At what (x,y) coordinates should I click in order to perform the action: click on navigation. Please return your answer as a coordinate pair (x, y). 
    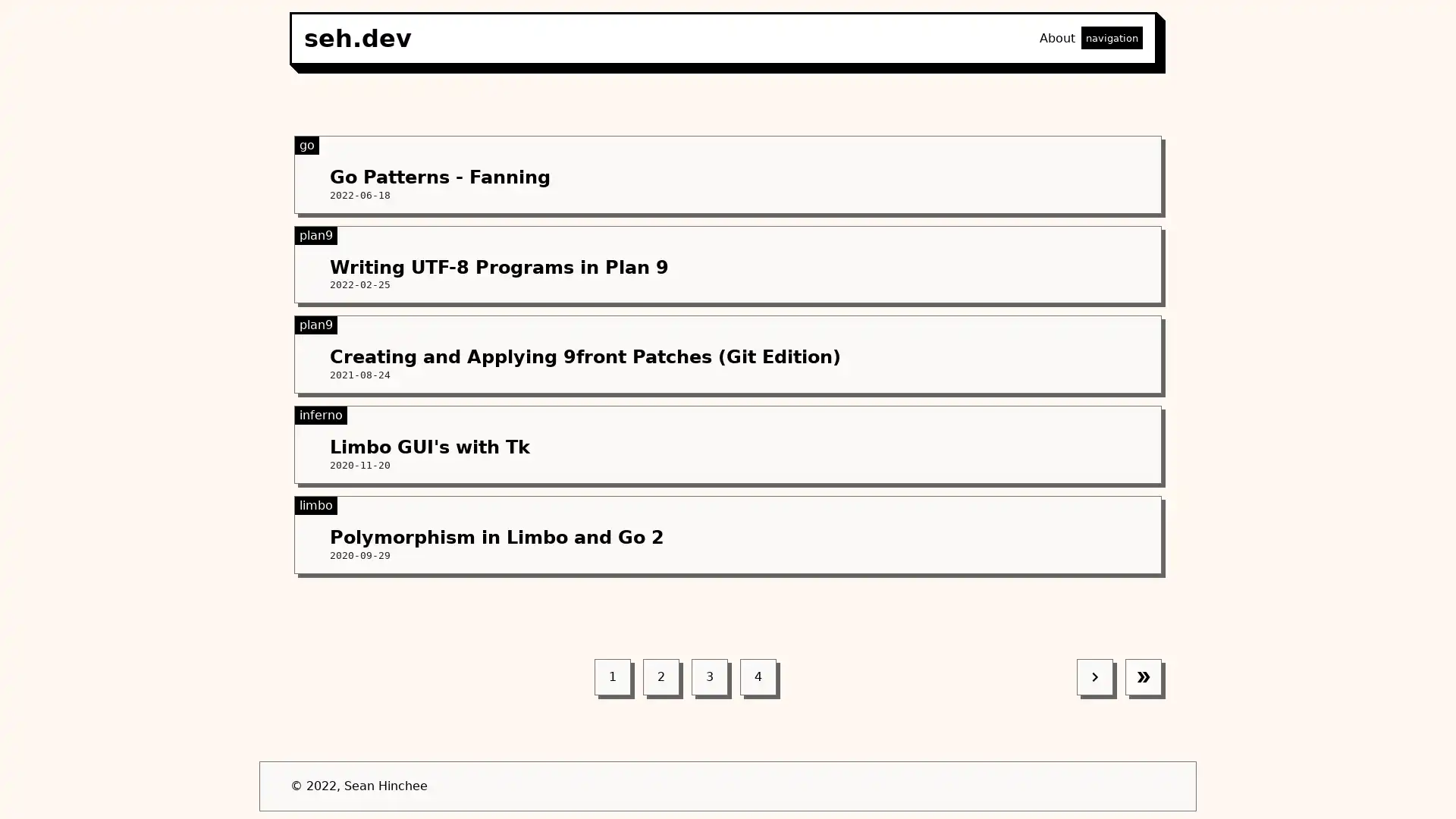
    Looking at the image, I should click on (1112, 37).